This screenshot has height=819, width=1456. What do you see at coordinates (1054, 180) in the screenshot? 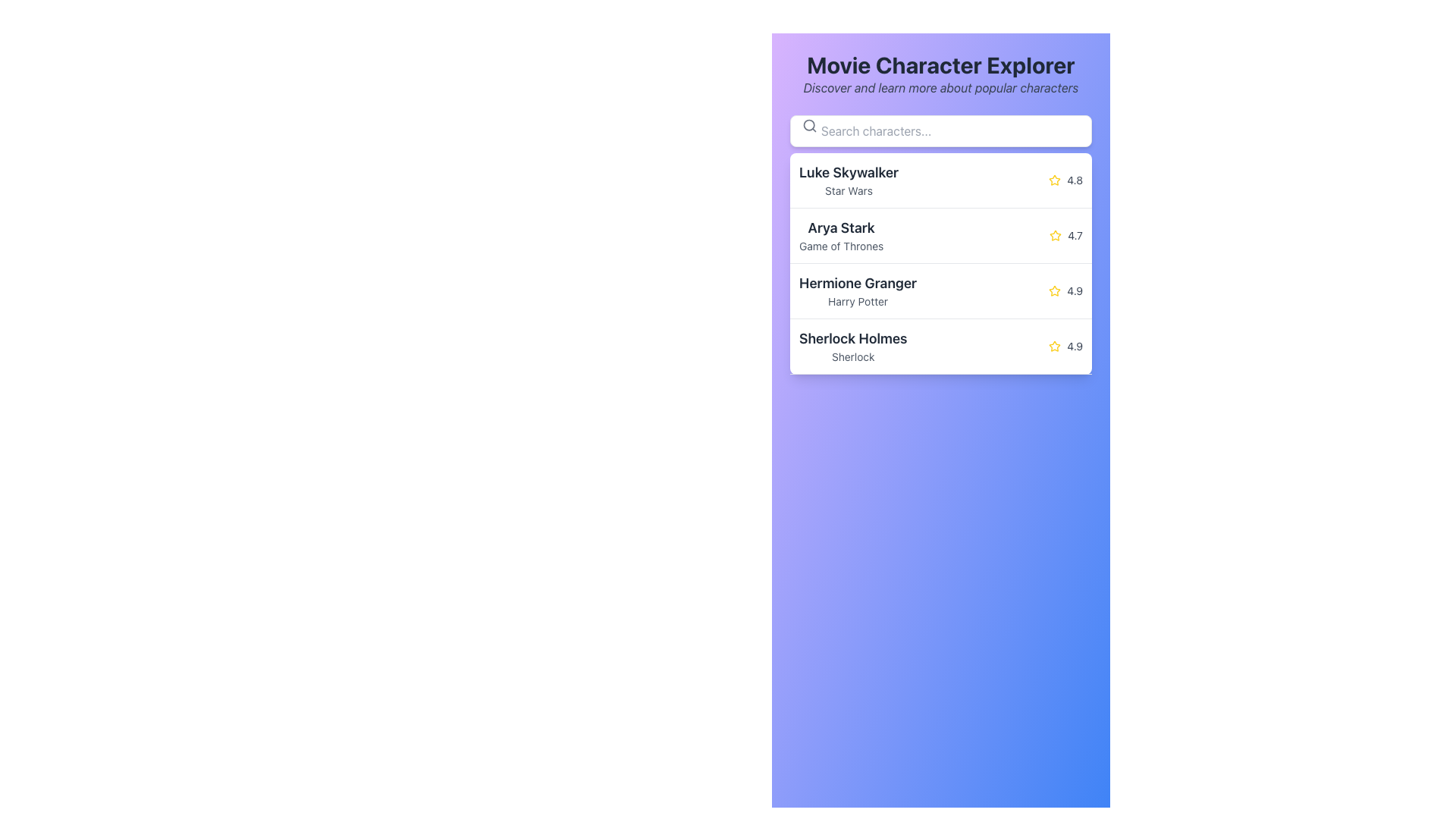
I see `the rating indicator icon located to the left of the text '4.8' in the first list item for 'Luke Skywalker'` at bounding box center [1054, 180].